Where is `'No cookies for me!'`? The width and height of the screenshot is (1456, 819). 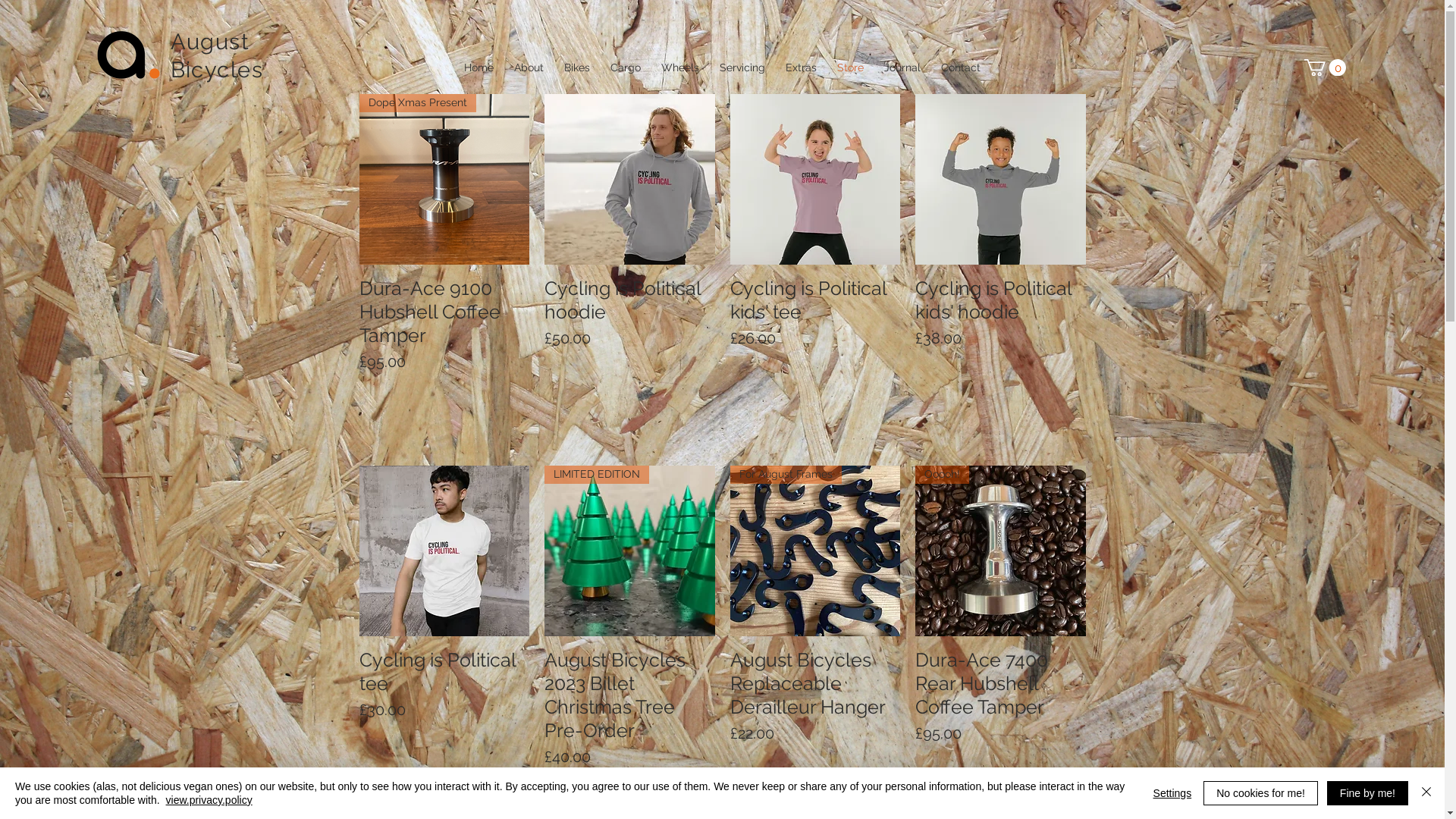
'No cookies for me!' is located at coordinates (1260, 792).